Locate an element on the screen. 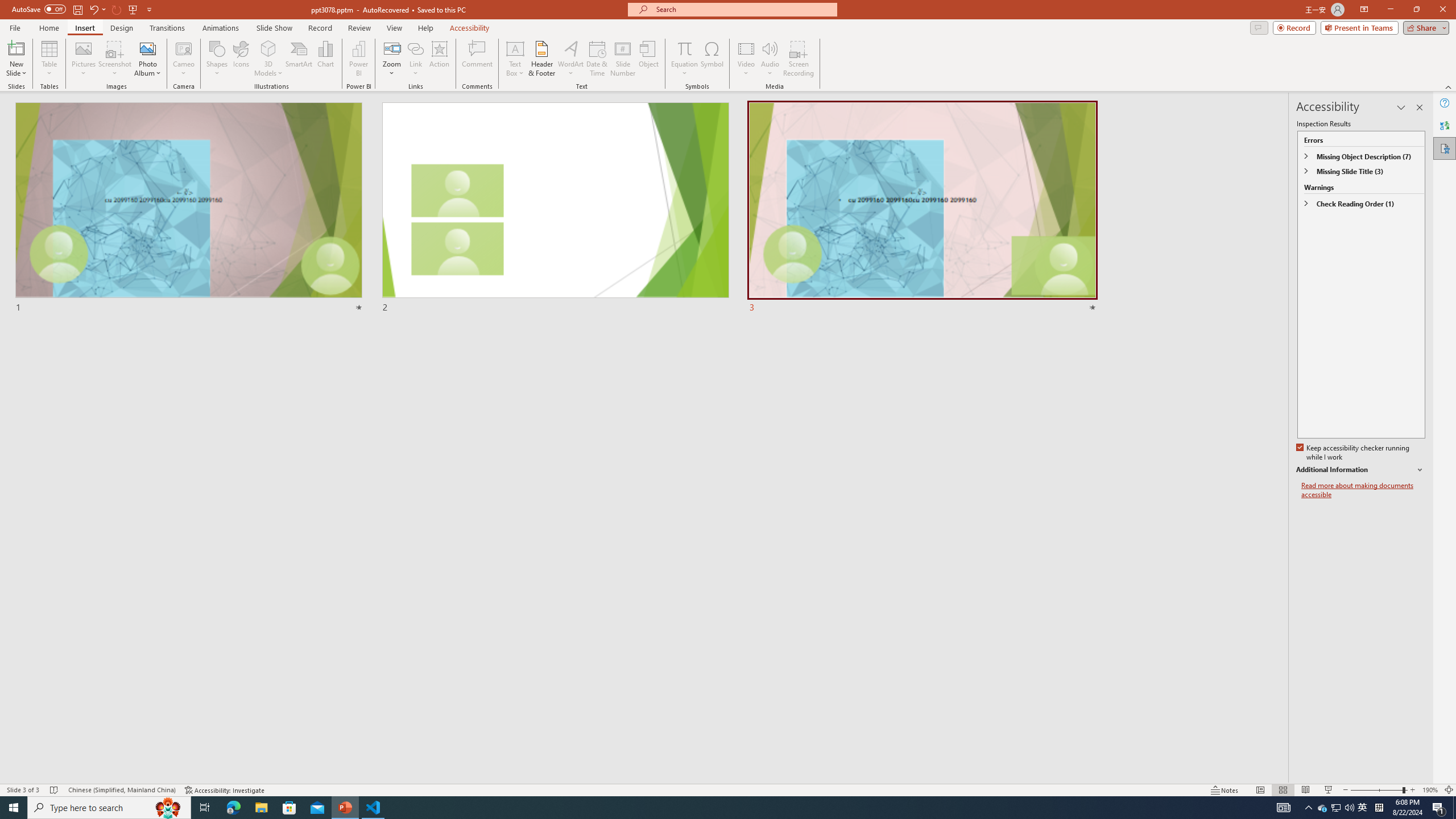 The height and width of the screenshot is (819, 1456). 'Power BI' is located at coordinates (359, 59).